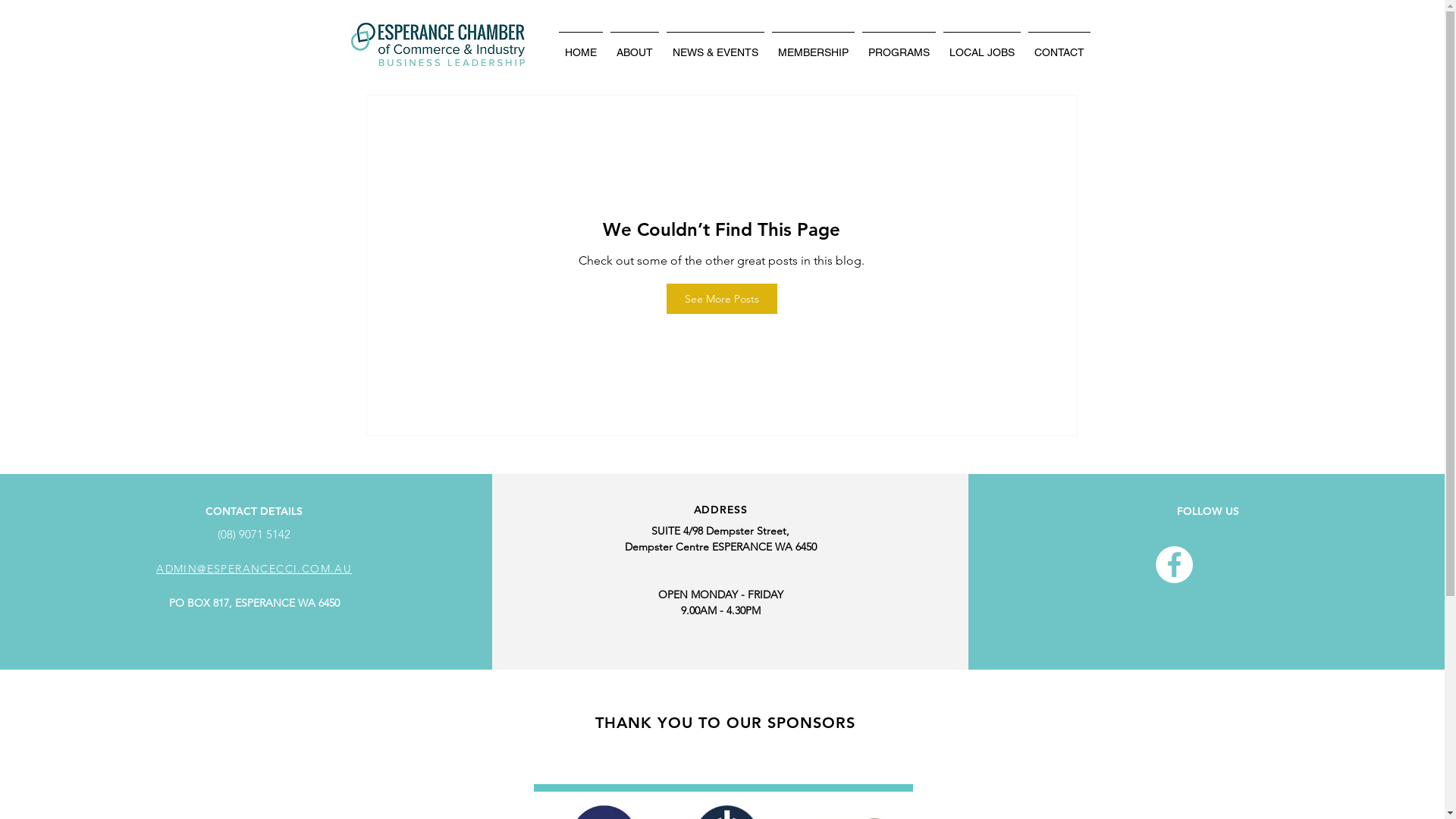 The height and width of the screenshot is (819, 1456). What do you see at coordinates (580, 45) in the screenshot?
I see `'HOME'` at bounding box center [580, 45].